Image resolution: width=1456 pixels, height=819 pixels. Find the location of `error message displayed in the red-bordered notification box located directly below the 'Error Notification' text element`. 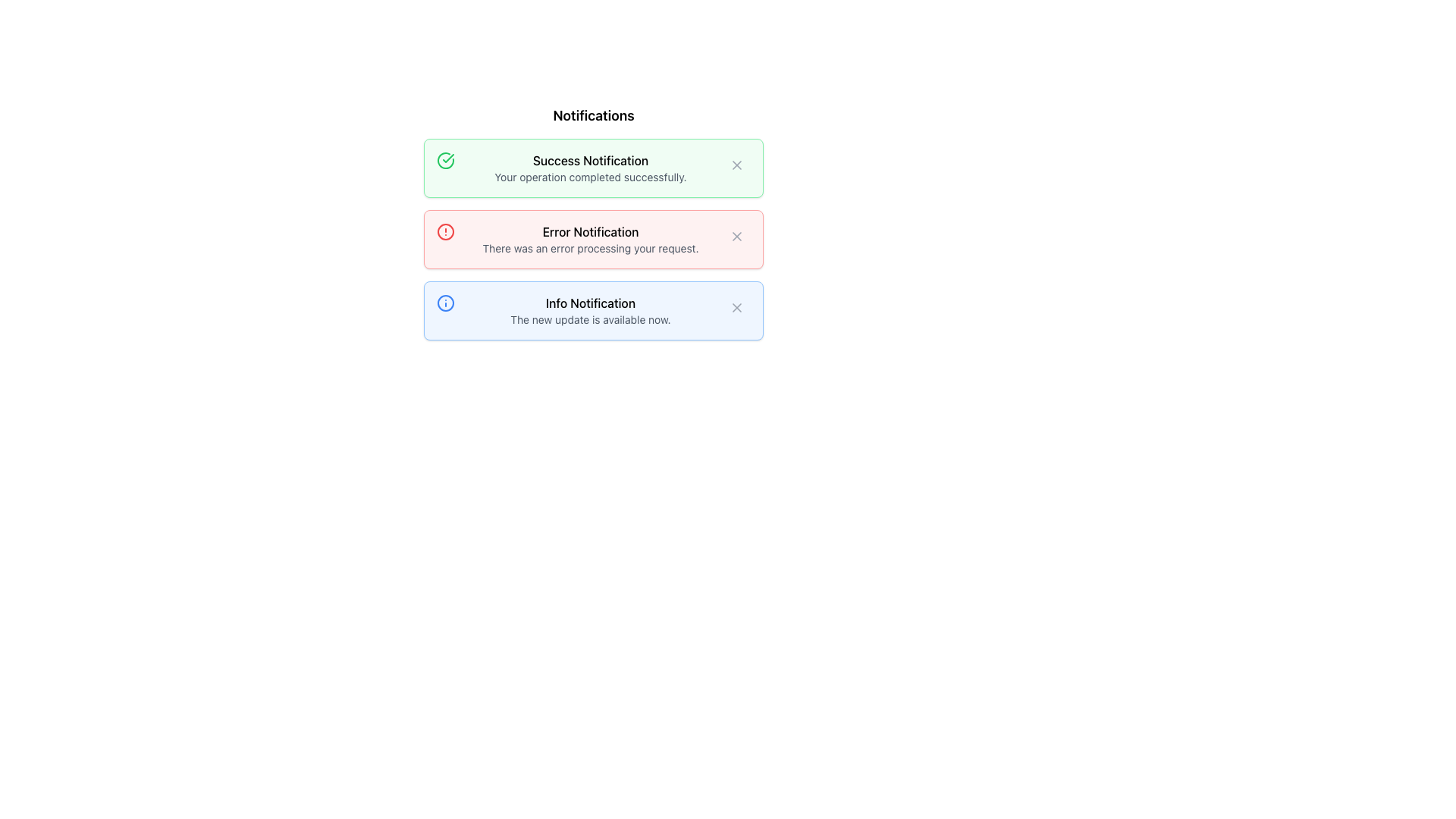

error message displayed in the red-bordered notification box located directly below the 'Error Notification' text element is located at coordinates (589, 247).